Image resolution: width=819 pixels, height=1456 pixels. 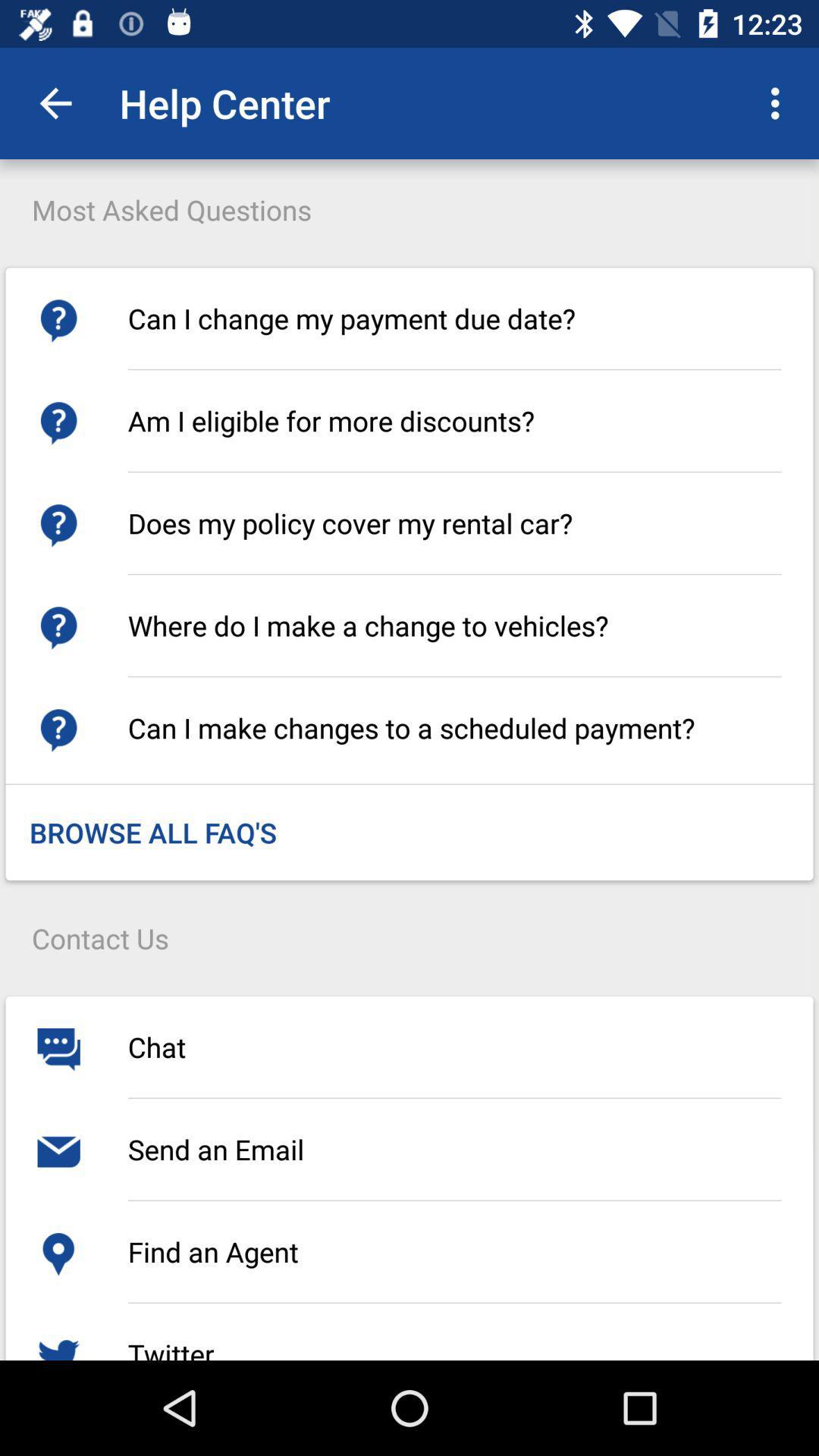 What do you see at coordinates (779, 102) in the screenshot?
I see `the icon at the top right corner` at bounding box center [779, 102].